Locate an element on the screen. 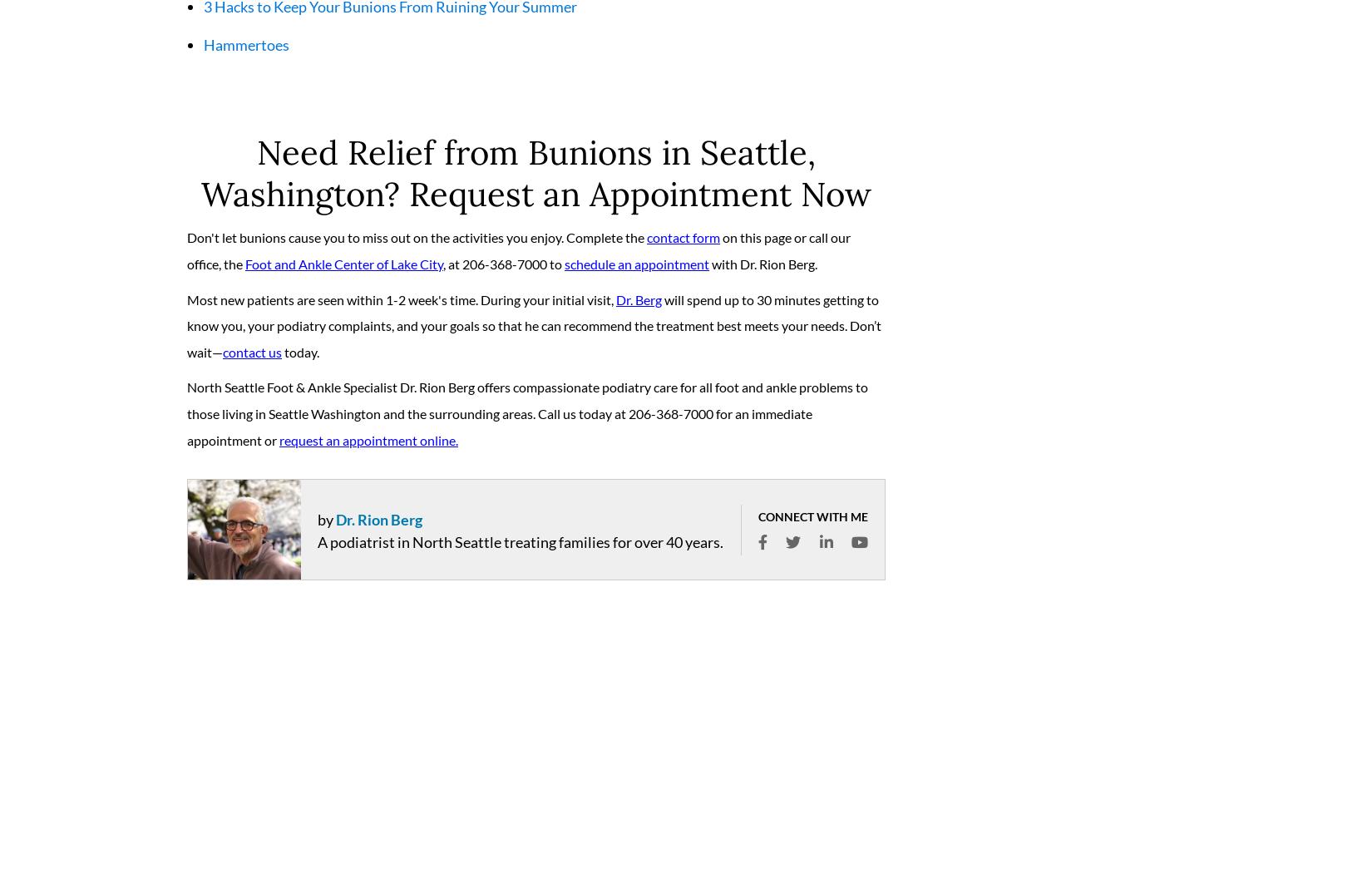 This screenshot has width=1372, height=888. 'will spend up to 30 minutes getting to know you, your podiatry complaints, and your goals so that he can recommend the treatment best meets your needs. Don’t wait—' is located at coordinates (533, 331).